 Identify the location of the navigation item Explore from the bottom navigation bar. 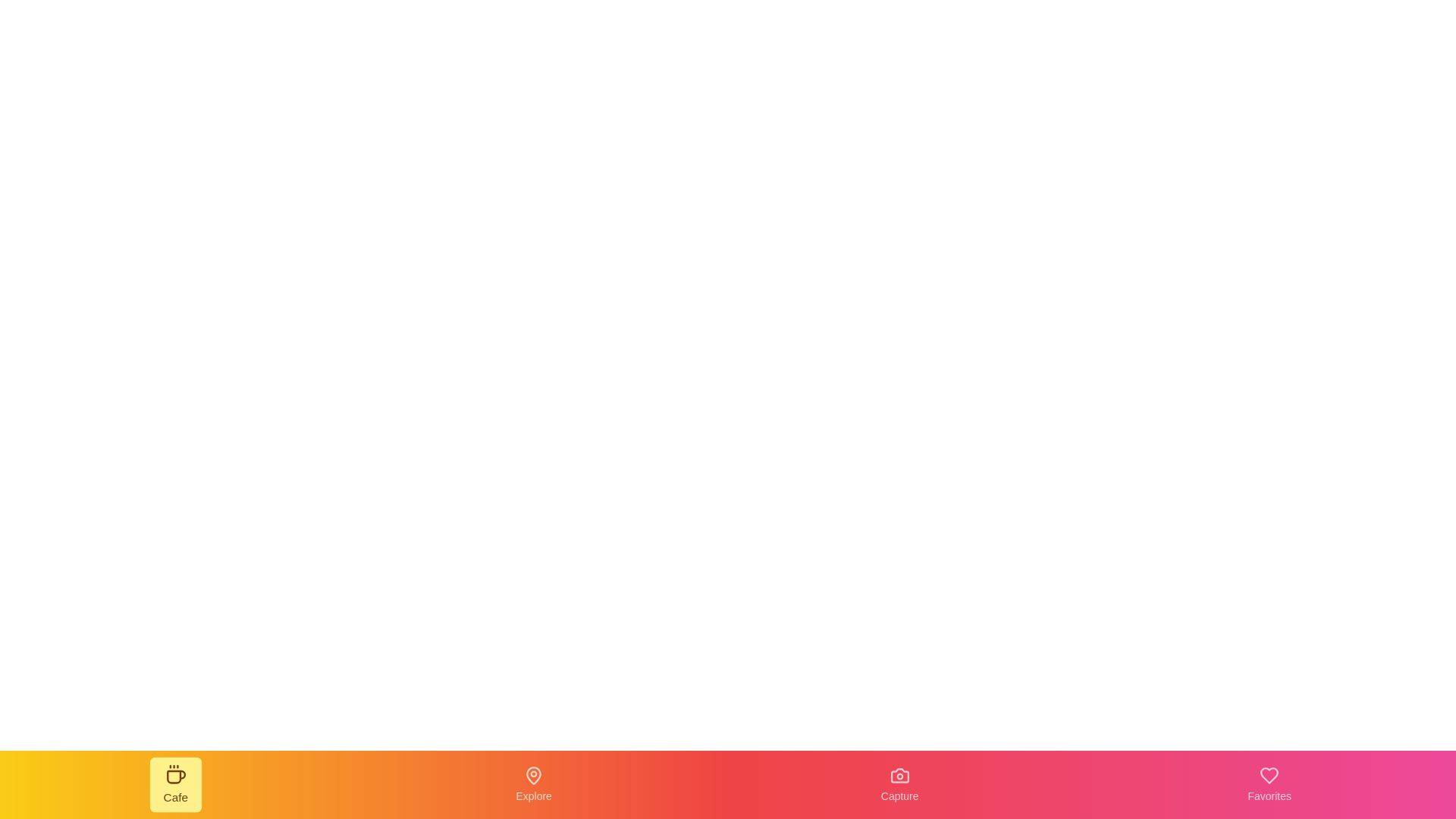
(534, 784).